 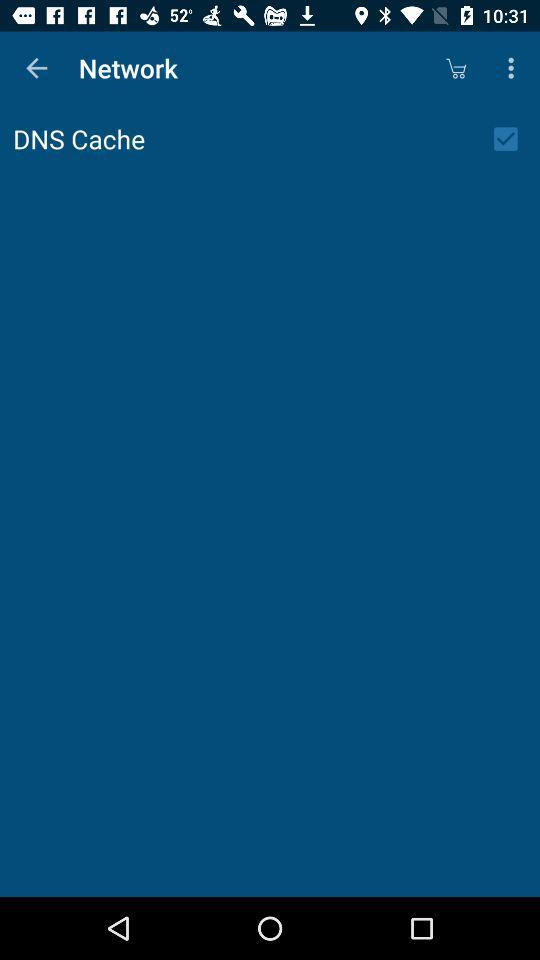 What do you see at coordinates (455, 68) in the screenshot?
I see `icon next to network icon` at bounding box center [455, 68].